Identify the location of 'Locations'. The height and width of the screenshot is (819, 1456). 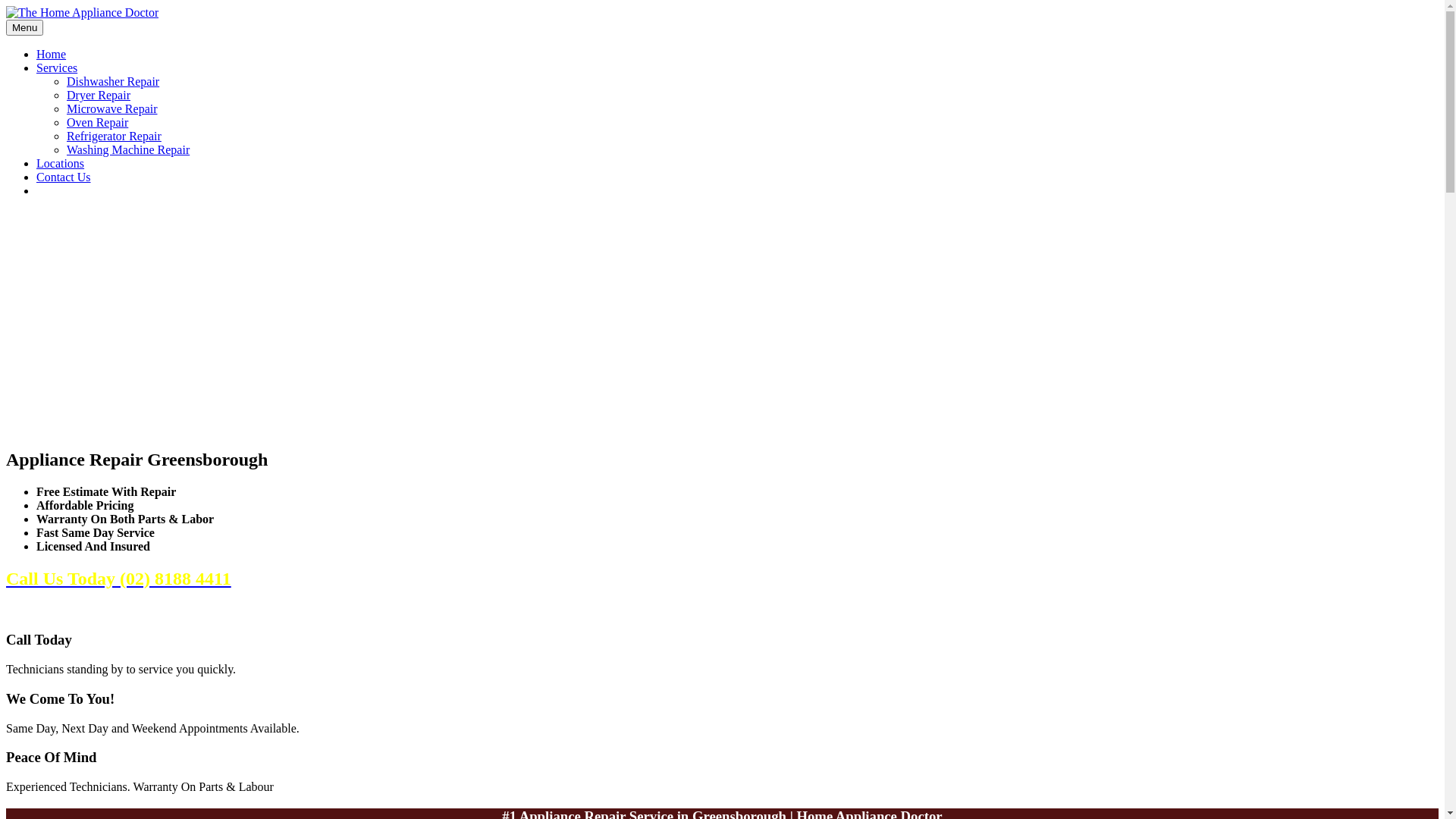
(60, 163).